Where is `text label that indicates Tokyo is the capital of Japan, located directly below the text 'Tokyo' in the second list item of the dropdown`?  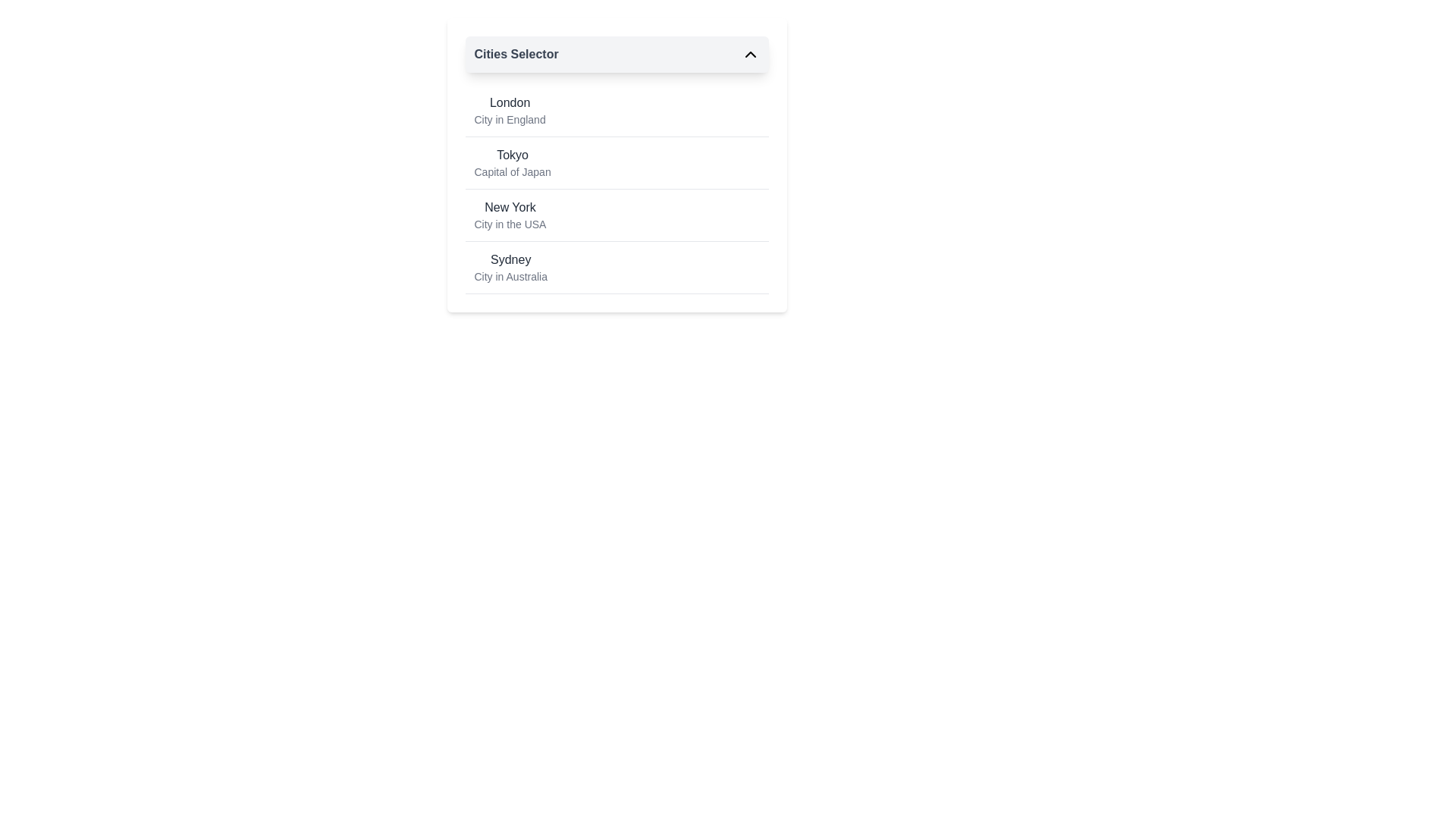 text label that indicates Tokyo is the capital of Japan, located directly below the text 'Tokyo' in the second list item of the dropdown is located at coordinates (513, 171).